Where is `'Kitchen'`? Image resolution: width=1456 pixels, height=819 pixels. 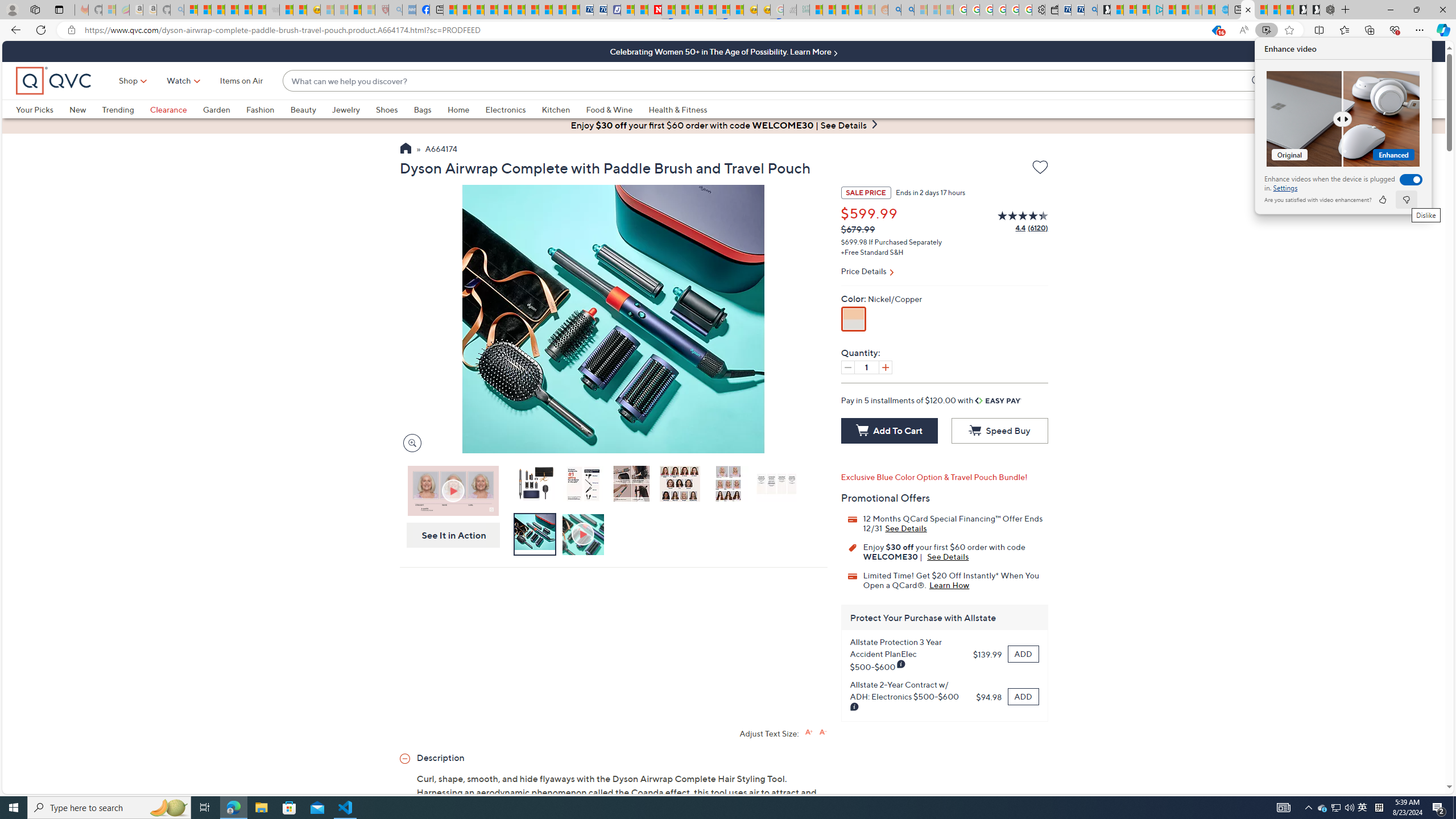 'Kitchen' is located at coordinates (556, 109).